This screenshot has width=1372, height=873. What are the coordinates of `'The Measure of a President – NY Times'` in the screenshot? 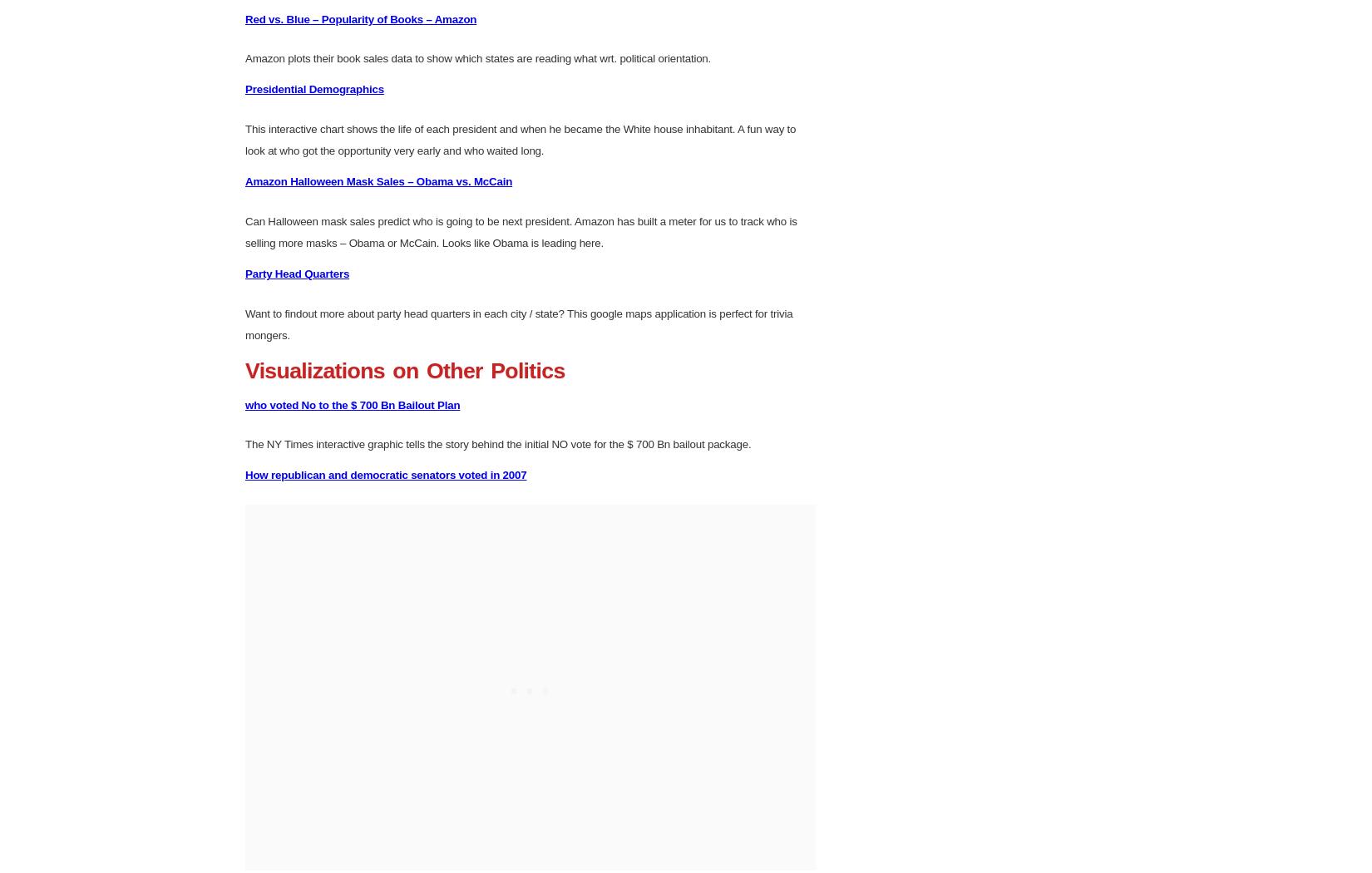 It's located at (344, 64).